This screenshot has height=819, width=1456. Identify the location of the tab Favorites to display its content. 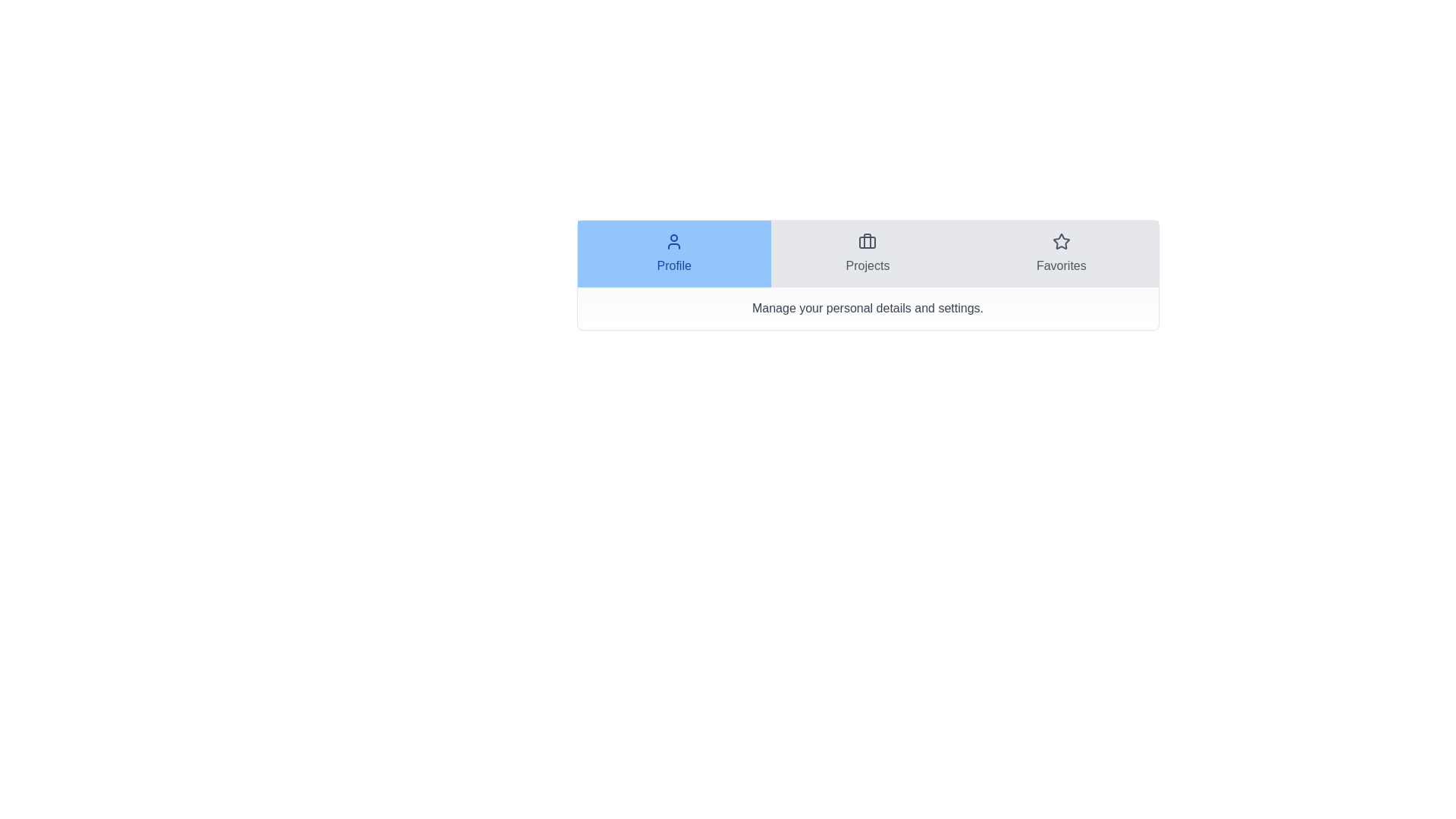
(1060, 253).